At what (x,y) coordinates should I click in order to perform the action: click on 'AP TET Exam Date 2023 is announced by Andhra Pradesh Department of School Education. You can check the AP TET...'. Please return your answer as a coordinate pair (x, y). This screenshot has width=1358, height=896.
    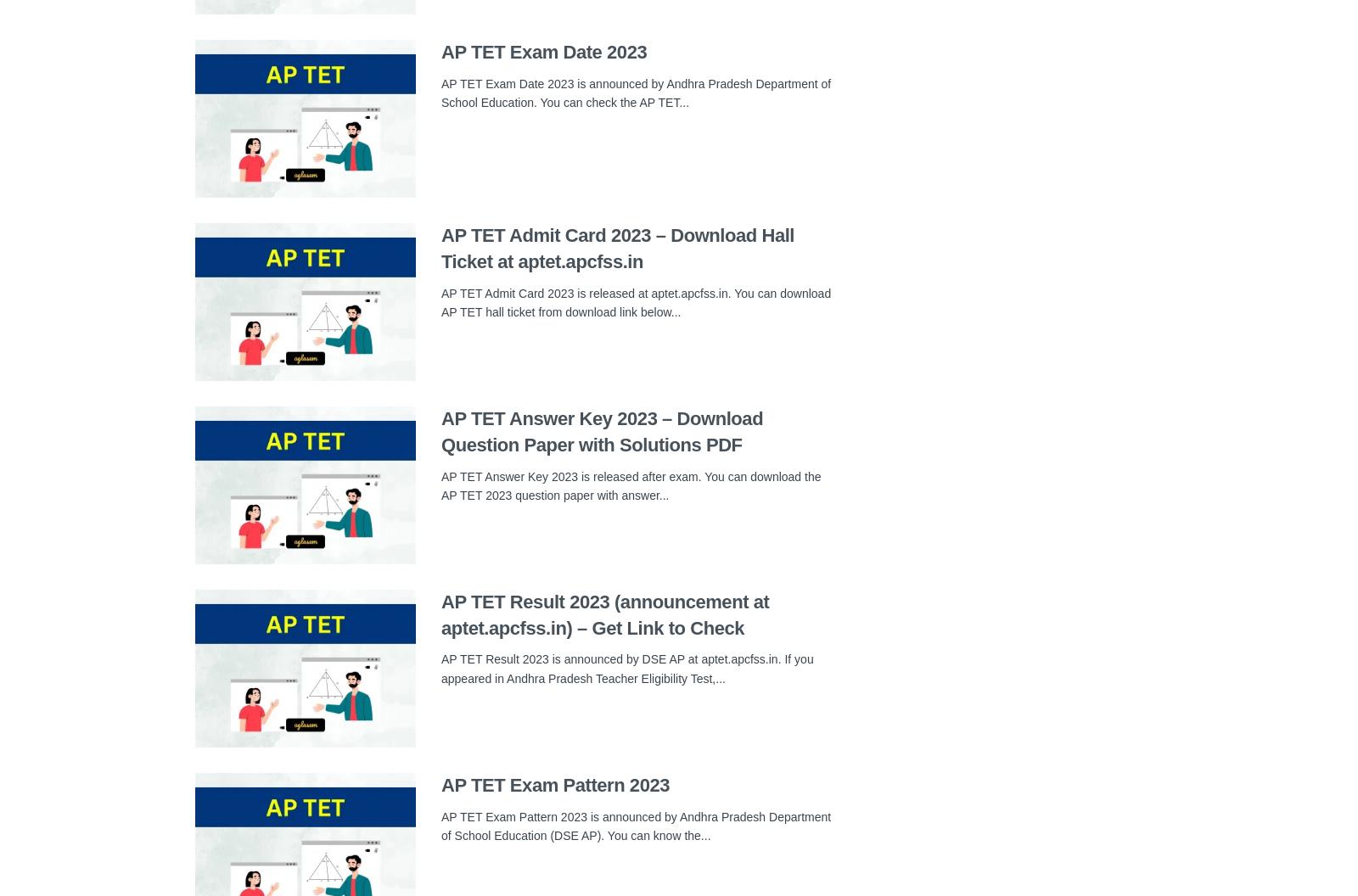
    Looking at the image, I should click on (636, 92).